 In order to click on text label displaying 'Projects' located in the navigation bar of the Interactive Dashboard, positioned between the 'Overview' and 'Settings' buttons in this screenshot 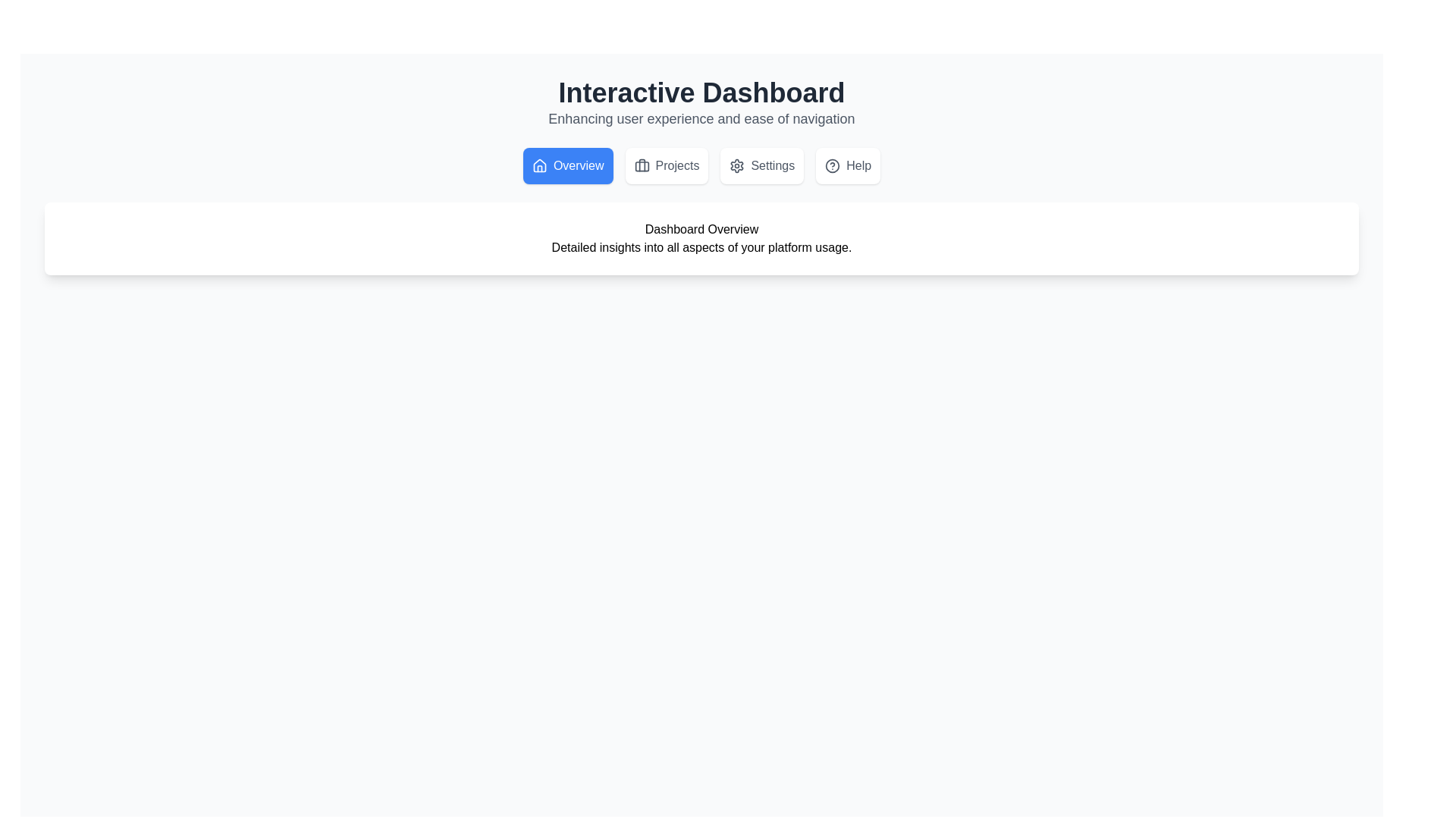, I will do `click(676, 166)`.